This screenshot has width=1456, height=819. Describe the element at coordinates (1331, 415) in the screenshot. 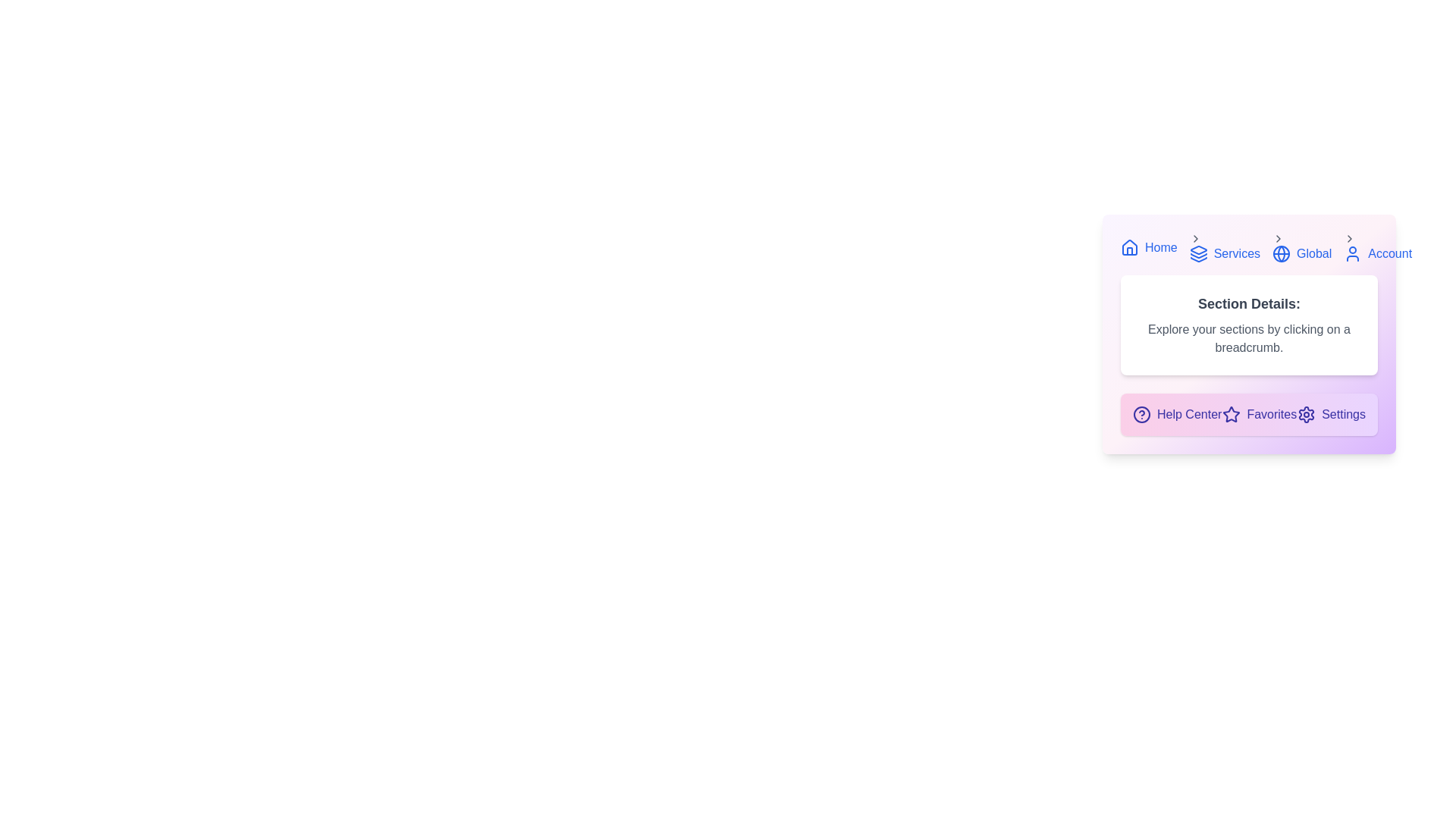

I see `the settings button located at the bottom-right of the card interface, positioned after 'Help Center' and 'Favorites', to observe the hover effect` at that location.